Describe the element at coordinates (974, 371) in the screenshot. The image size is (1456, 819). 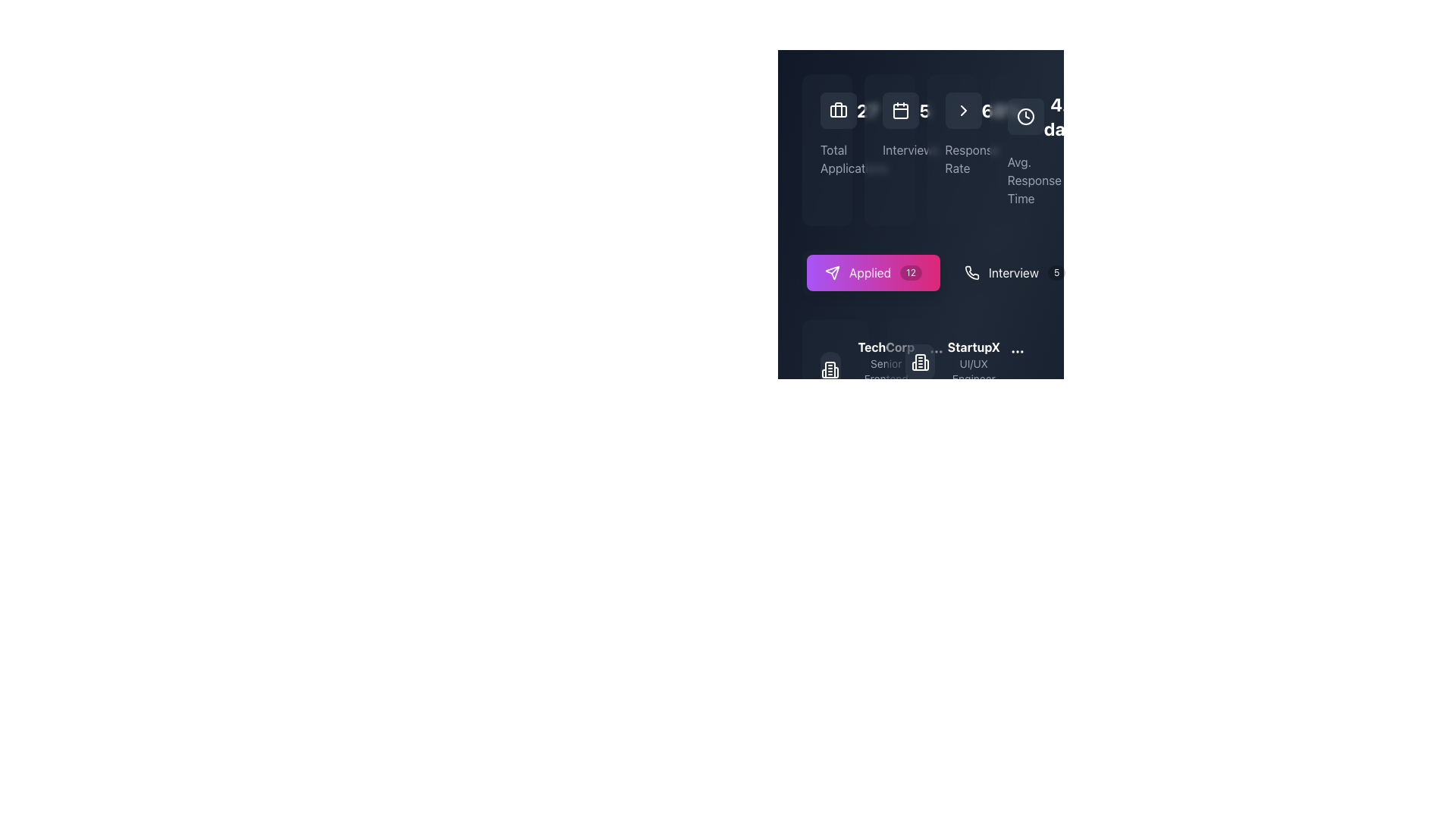
I see `the text label 'UI/UX Engineer' that provides supplementary information related to 'StartupX', located in the lower-right section of the interface` at that location.